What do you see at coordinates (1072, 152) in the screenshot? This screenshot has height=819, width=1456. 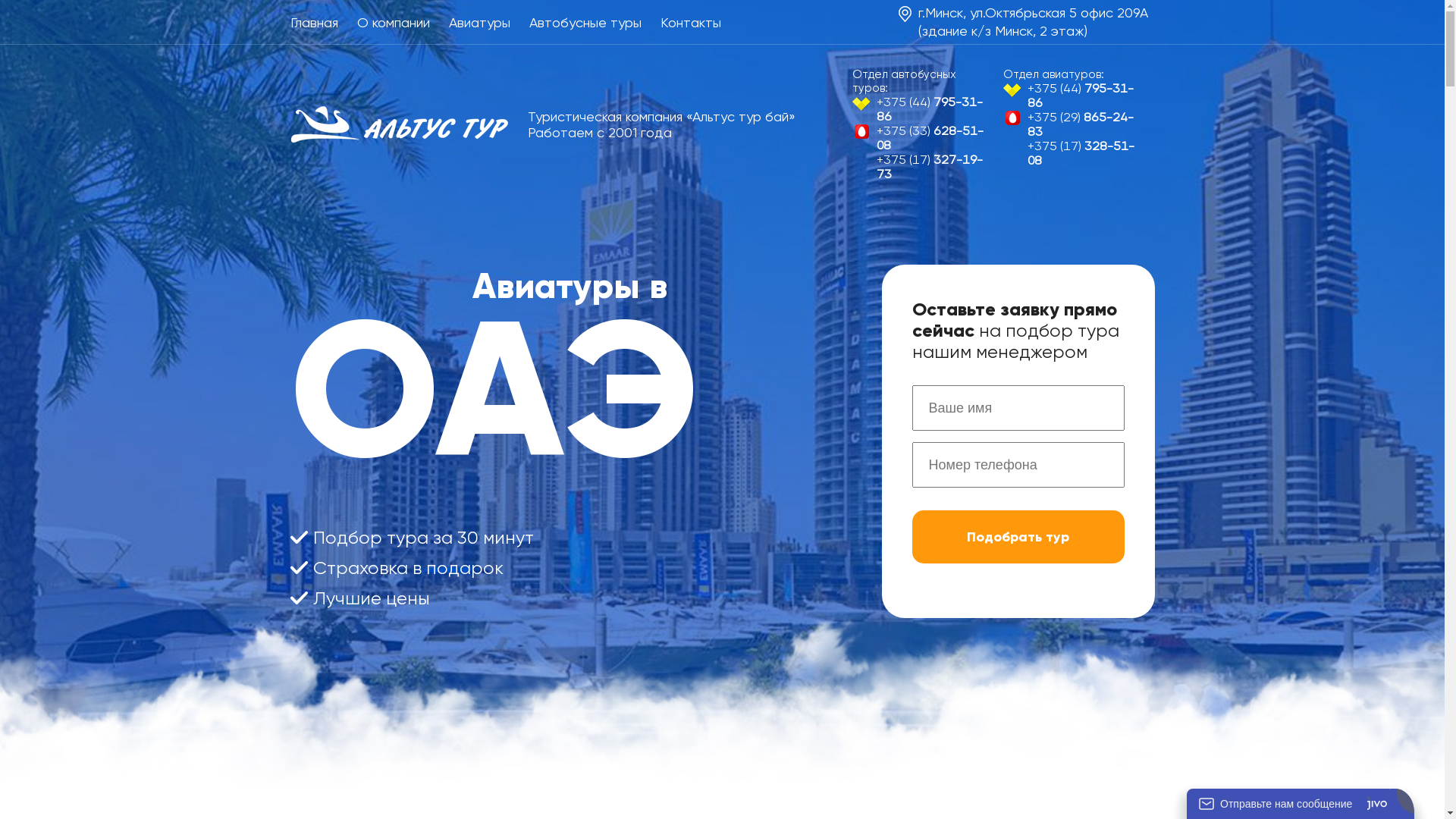 I see `'+375 (17) 328-51-08'` at bounding box center [1072, 152].